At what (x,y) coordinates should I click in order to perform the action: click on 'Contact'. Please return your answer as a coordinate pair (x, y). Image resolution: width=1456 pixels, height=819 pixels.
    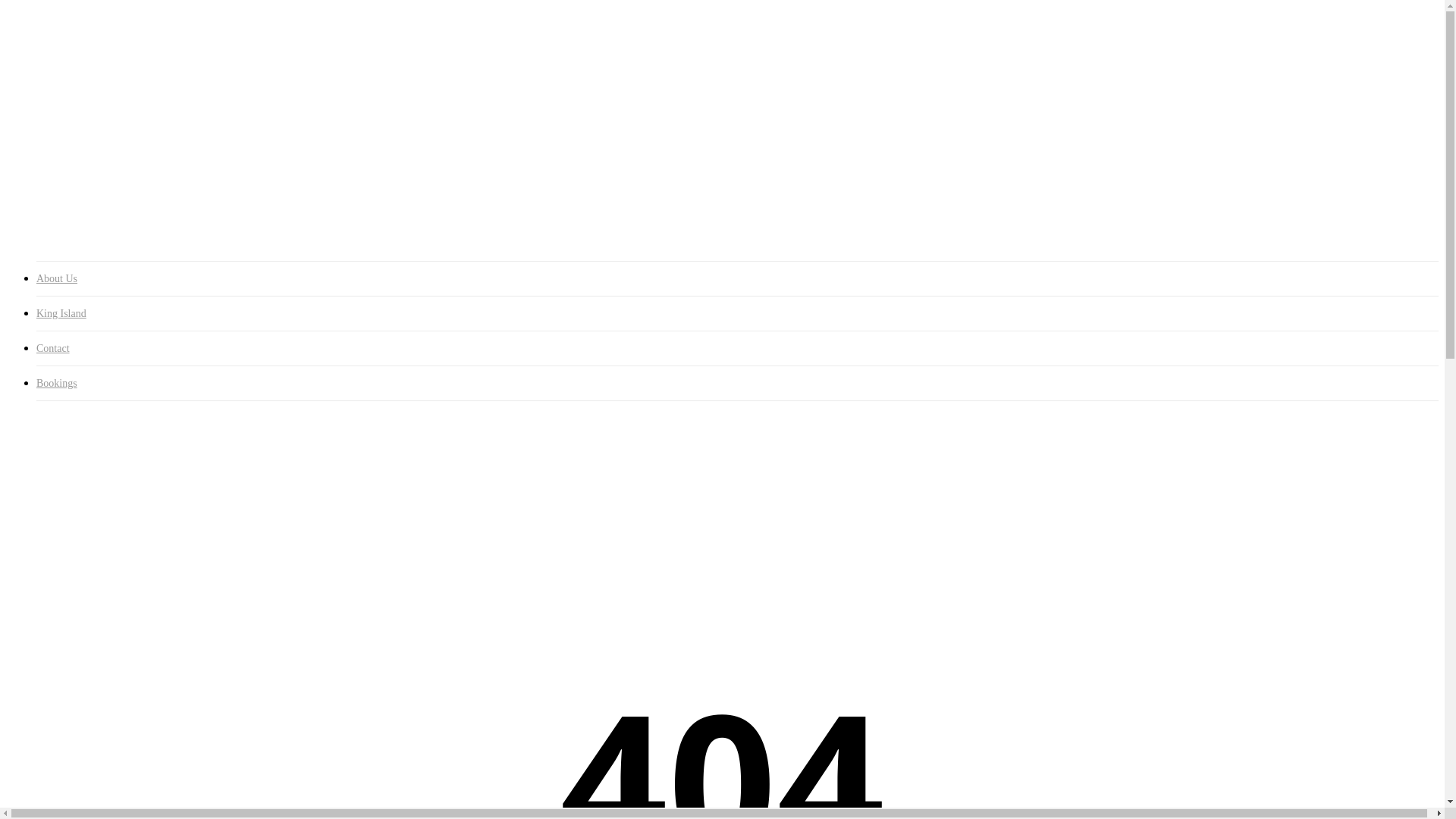
    Looking at the image, I should click on (55, 216).